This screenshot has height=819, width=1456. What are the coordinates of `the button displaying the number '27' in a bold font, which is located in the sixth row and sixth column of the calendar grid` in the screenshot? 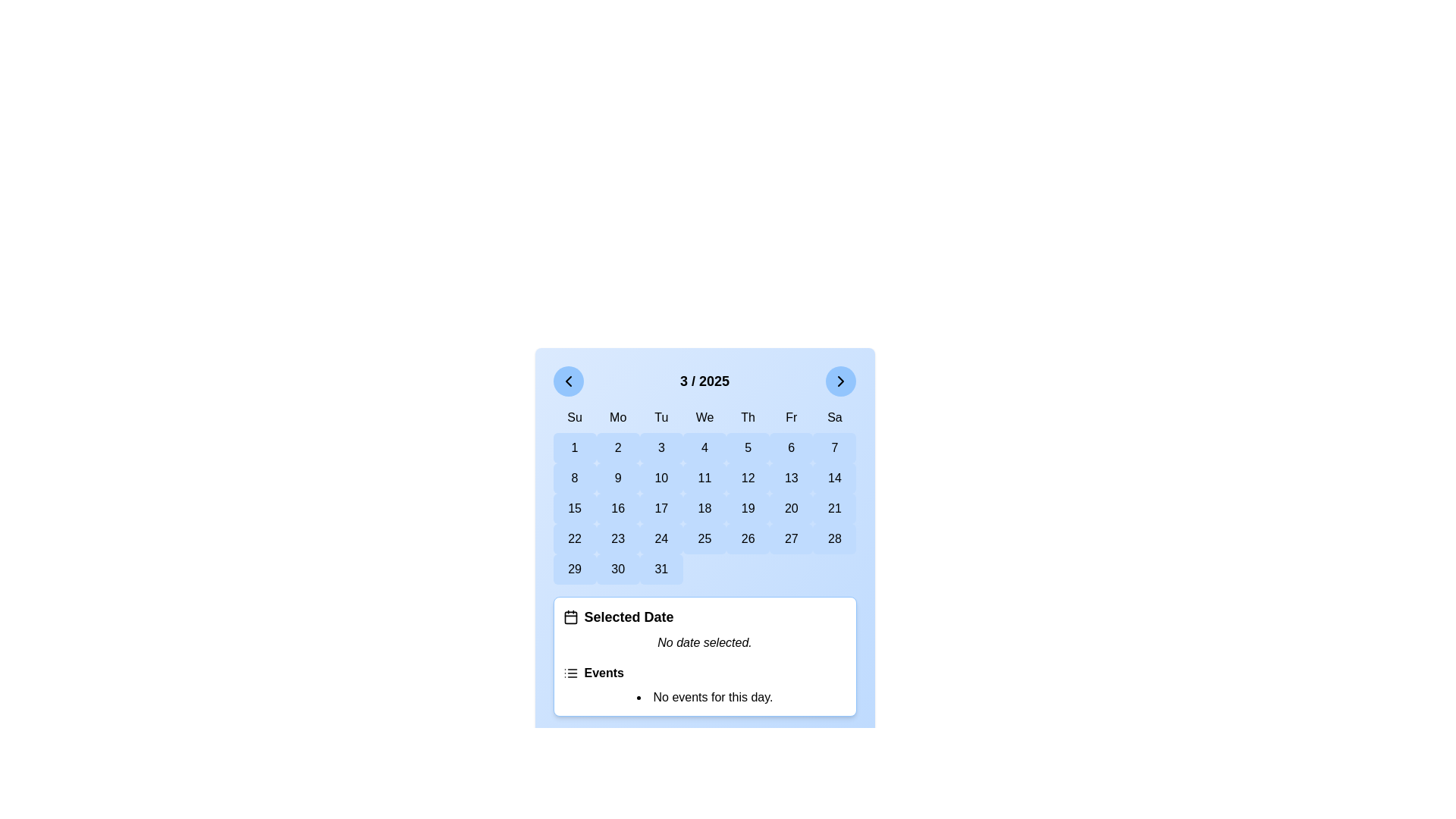 It's located at (790, 538).